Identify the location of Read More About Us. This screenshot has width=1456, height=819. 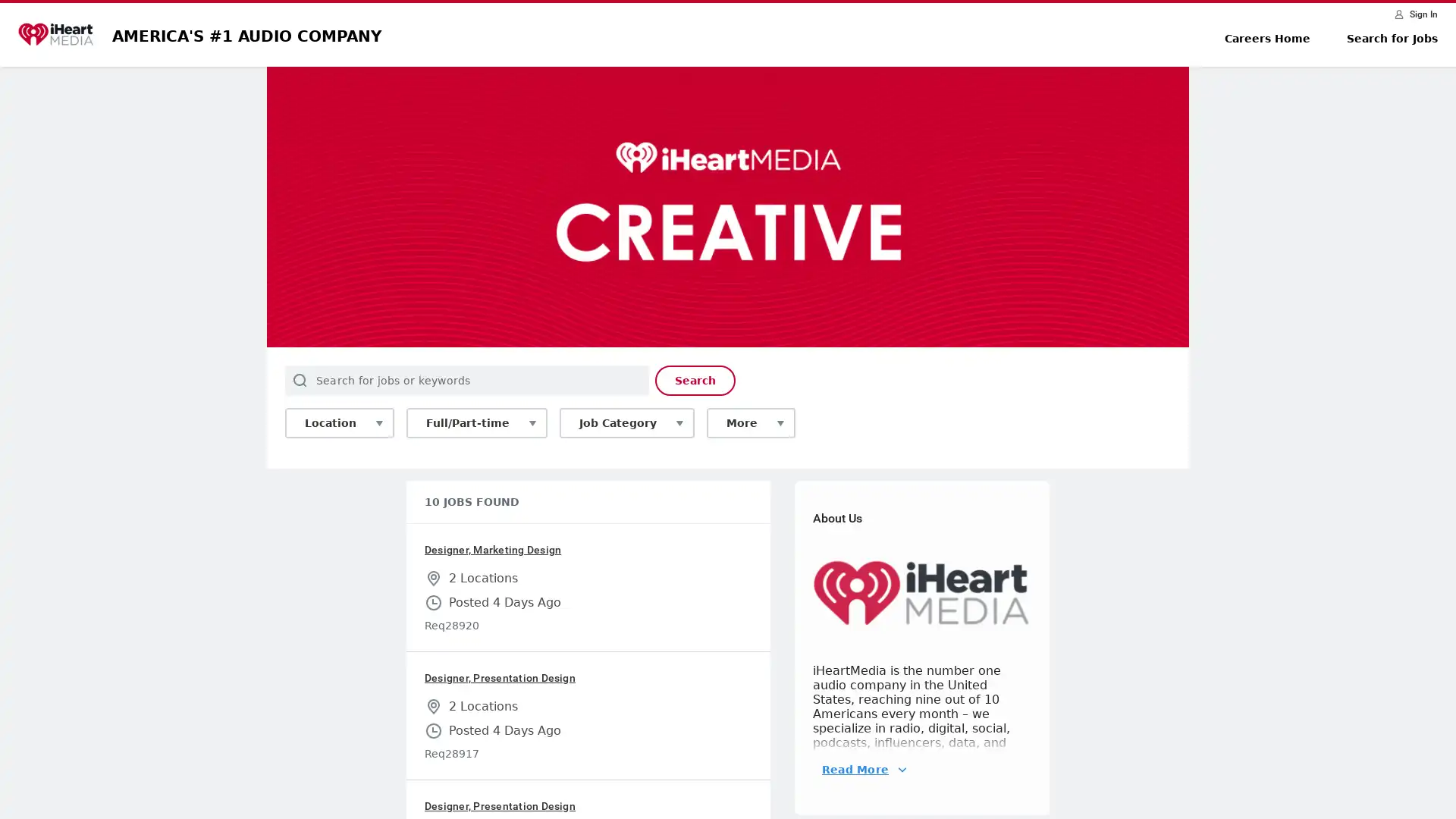
(856, 769).